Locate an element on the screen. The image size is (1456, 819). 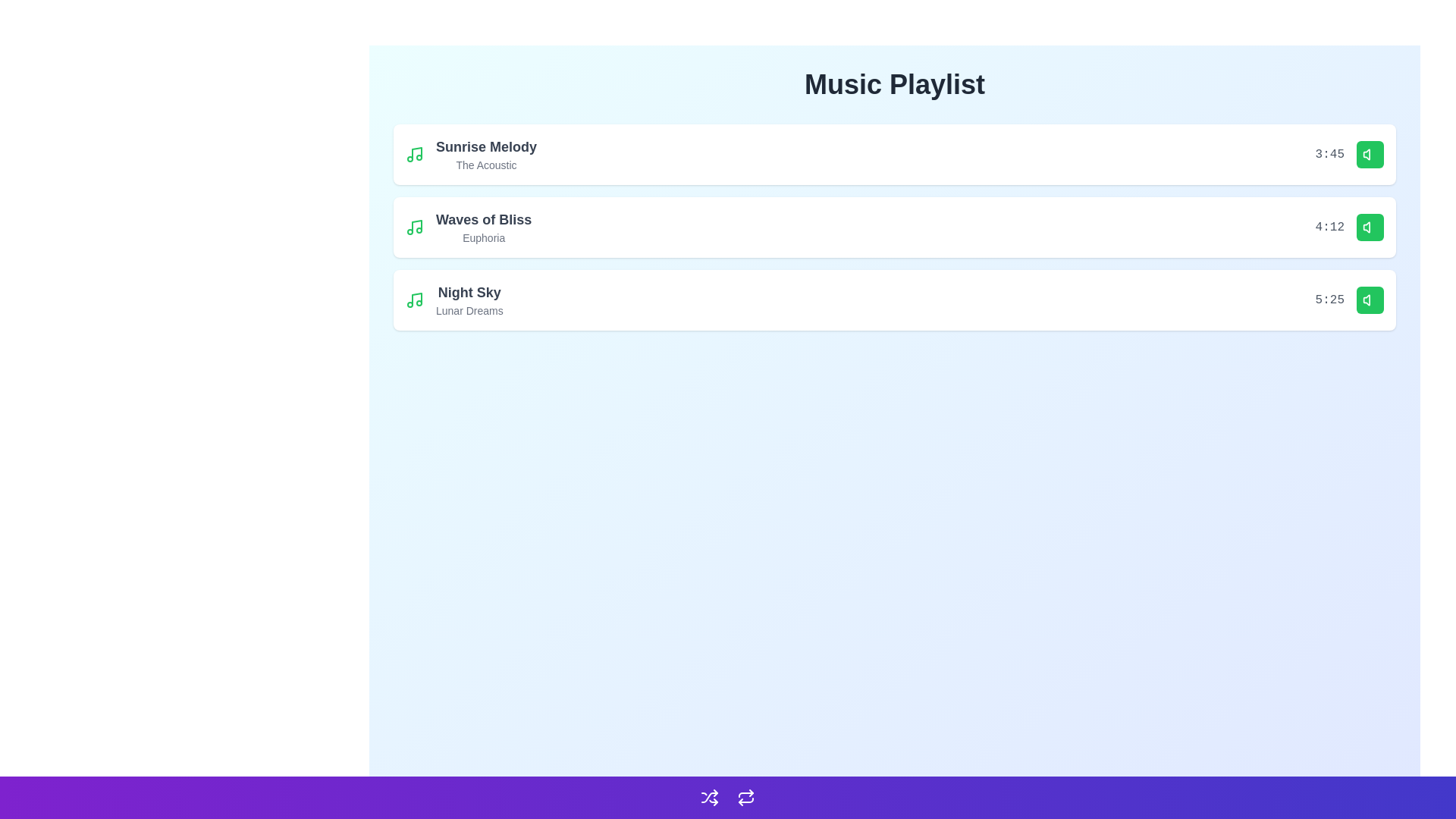
the text information block representing the second entry is located at coordinates (468, 227).